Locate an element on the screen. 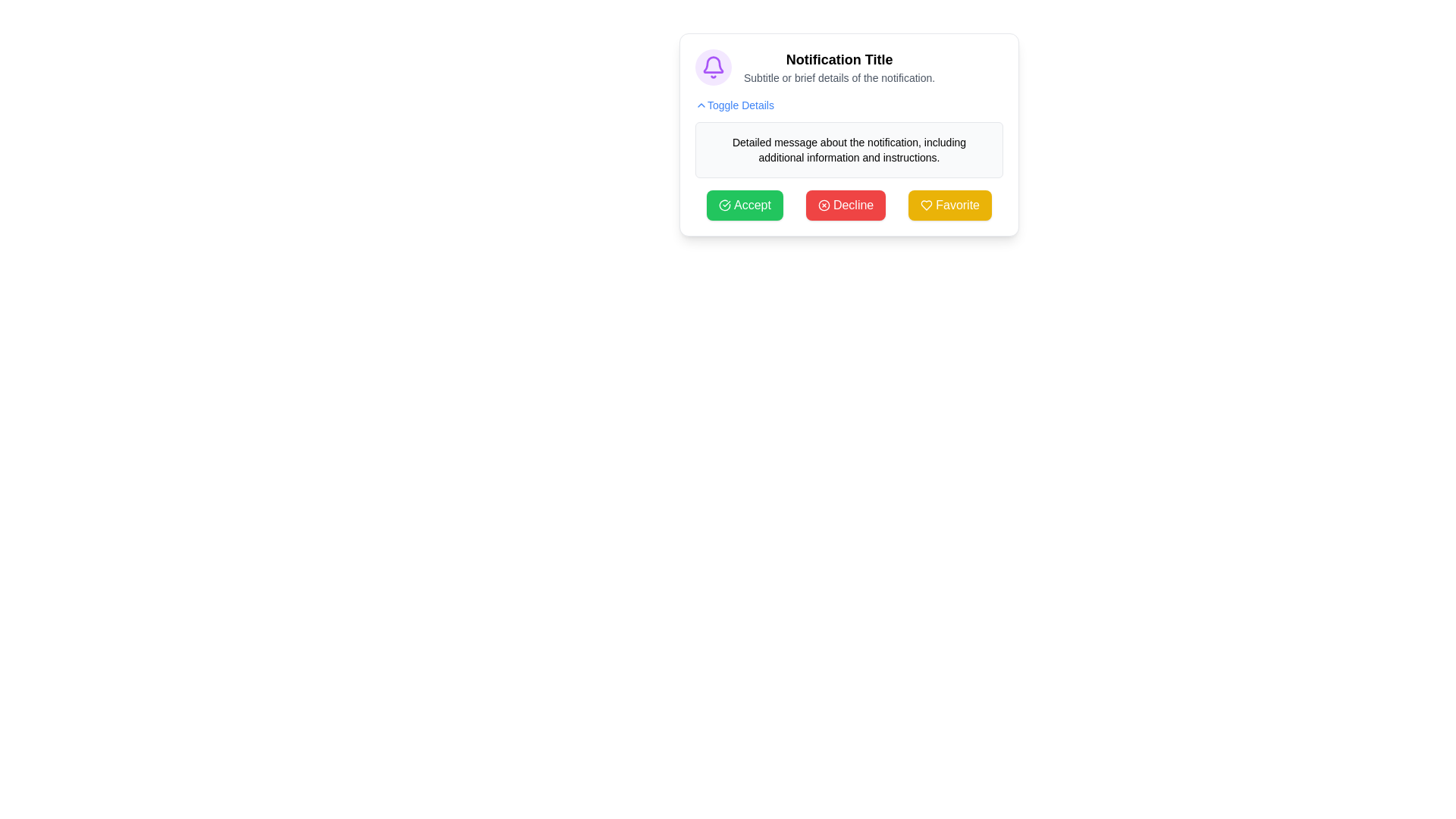 Image resolution: width=1456 pixels, height=819 pixels. the 'Toggle Details' button with the blue text and upward chevron icon to underline the text is located at coordinates (735, 104).